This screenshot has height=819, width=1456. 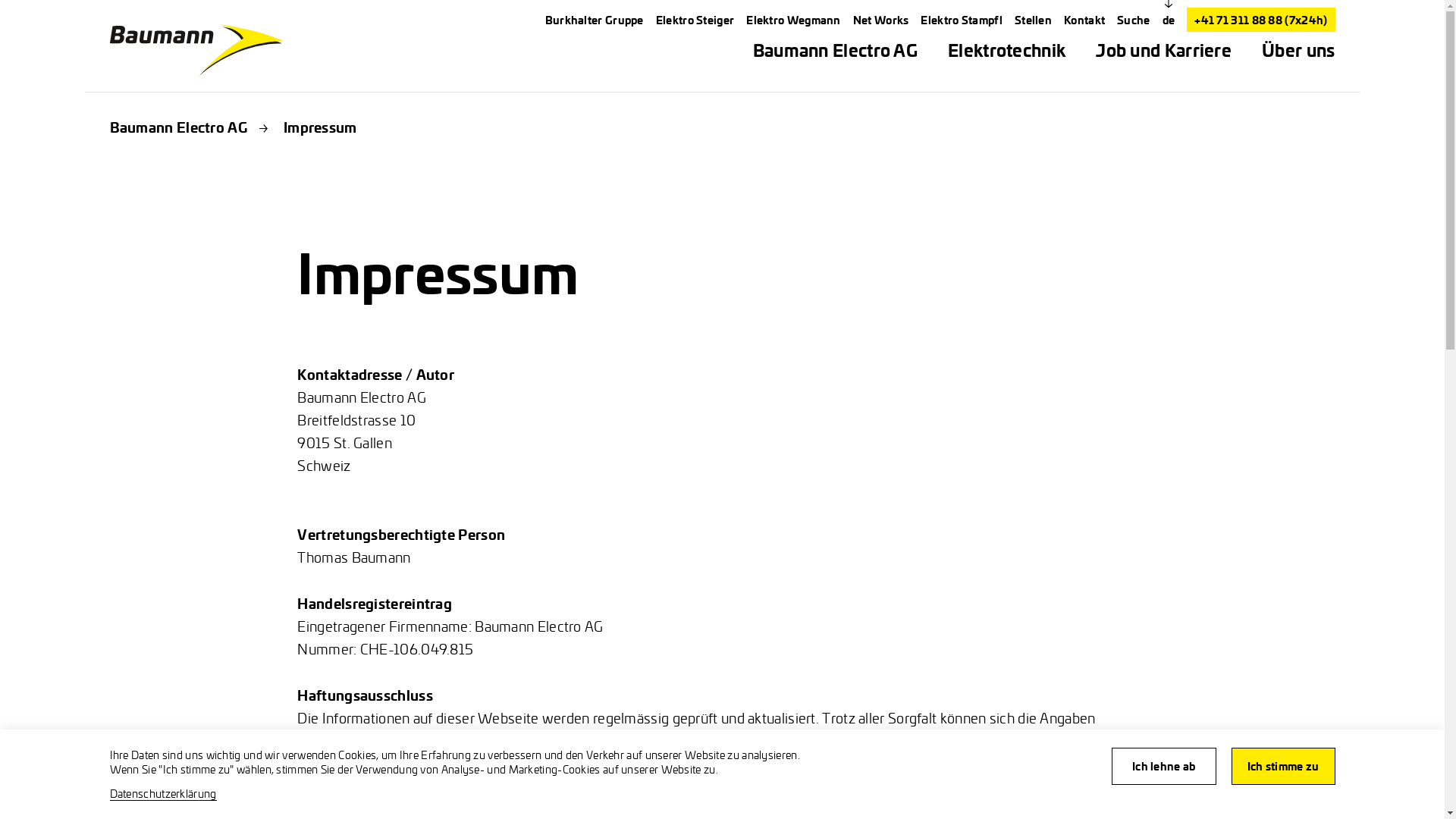 What do you see at coordinates (960, 20) in the screenshot?
I see `'Elektro Stampfl'` at bounding box center [960, 20].